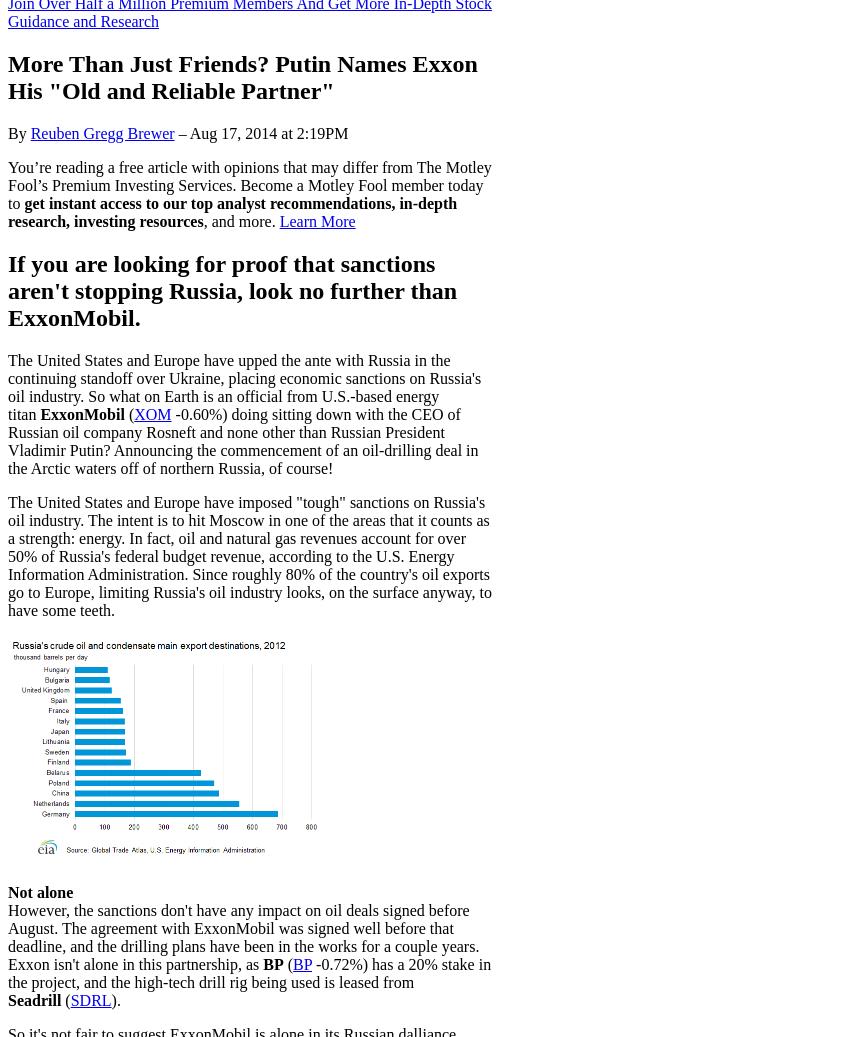  Describe the element at coordinates (196, 412) in the screenshot. I see `'-0.60%'` at that location.